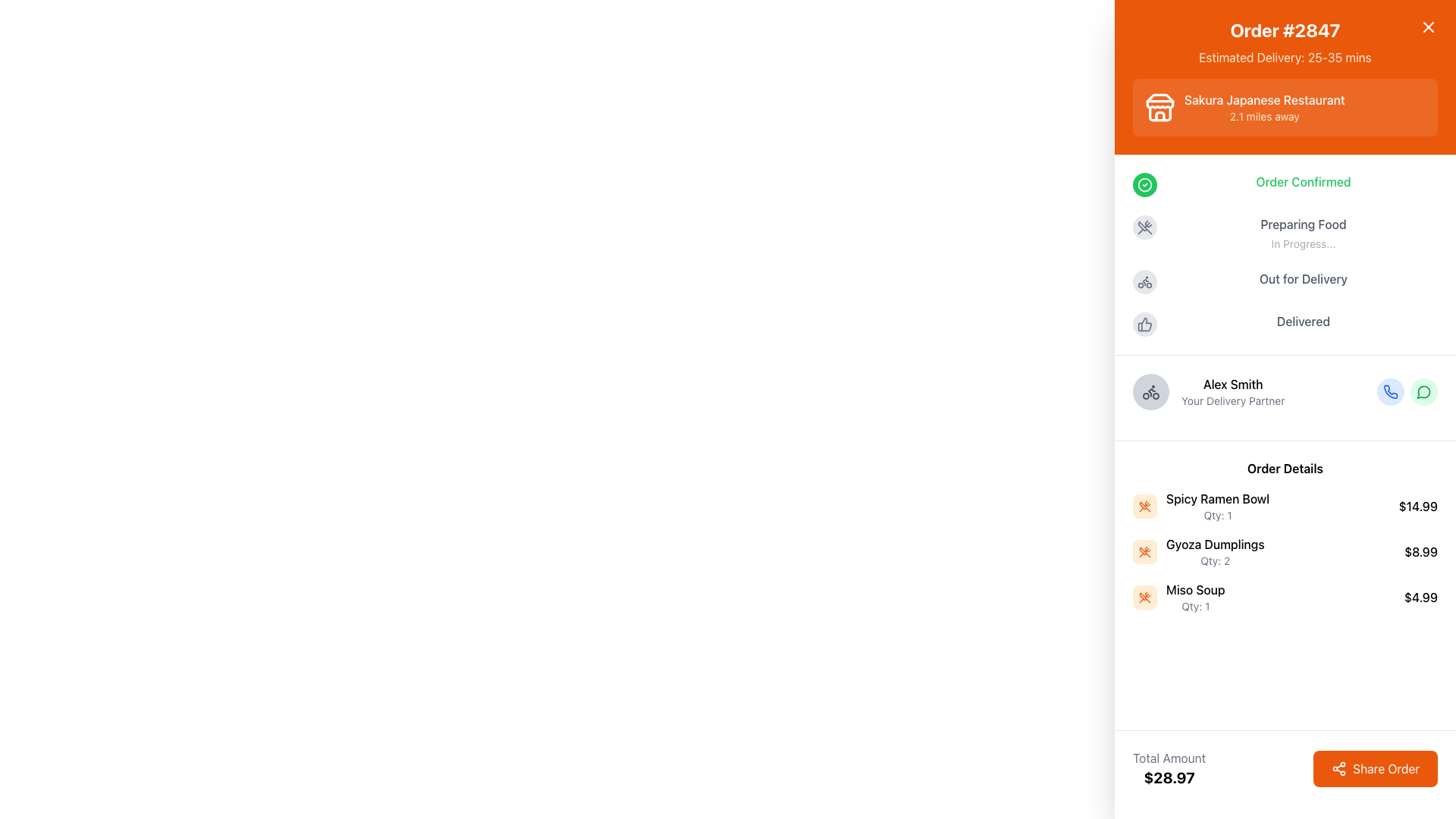 Image resolution: width=1456 pixels, height=819 pixels. Describe the element at coordinates (1145, 597) in the screenshot. I see `the decorative food item icon located in the middle of the 'Order Details' section, which is the second of three similar icons` at that location.